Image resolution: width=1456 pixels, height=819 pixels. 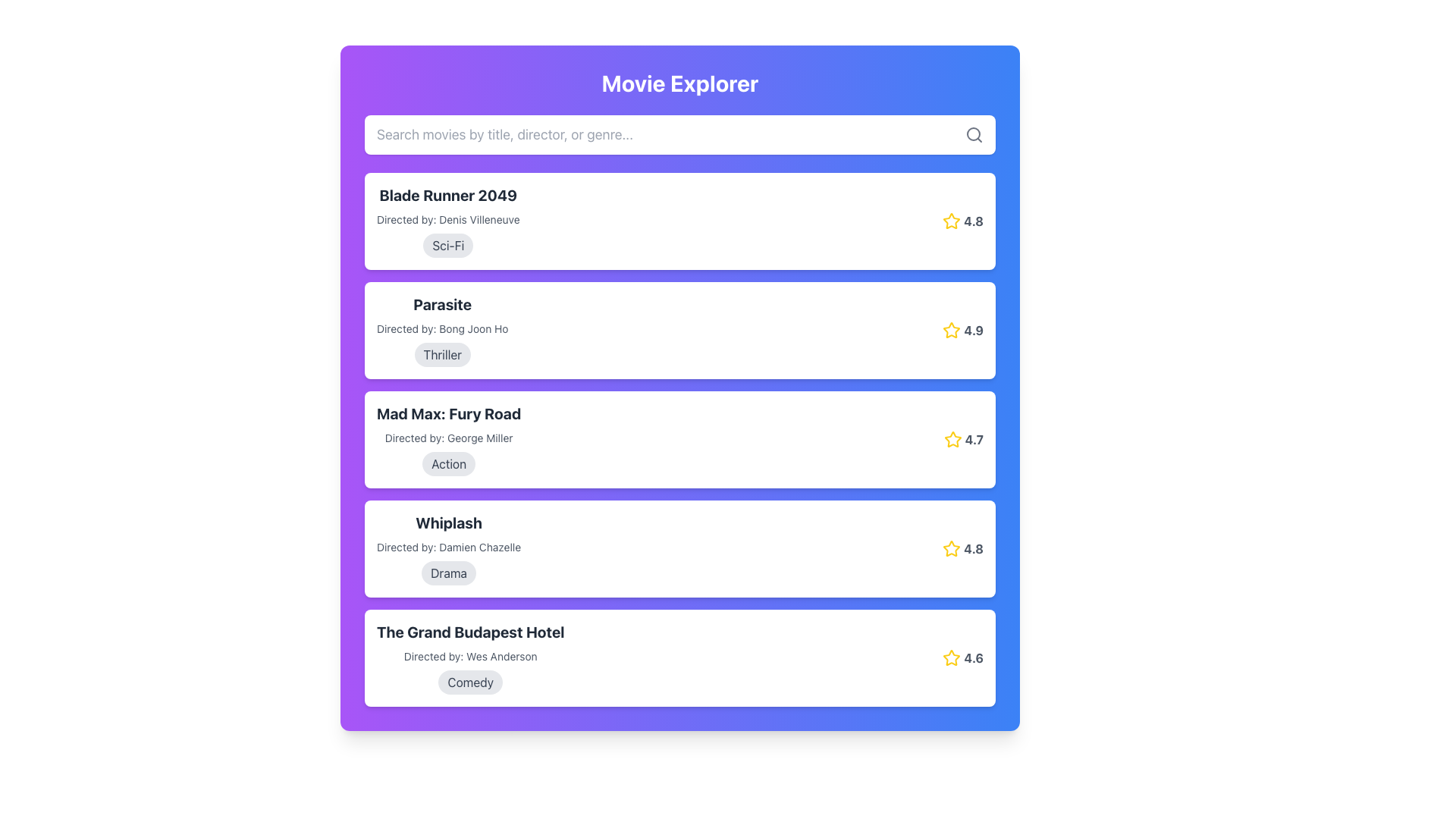 What do you see at coordinates (951, 657) in the screenshot?
I see `the star icon representing the rating for 'The Grand Budapest Hotel', which is located to the left of the rating number '4.6'` at bounding box center [951, 657].